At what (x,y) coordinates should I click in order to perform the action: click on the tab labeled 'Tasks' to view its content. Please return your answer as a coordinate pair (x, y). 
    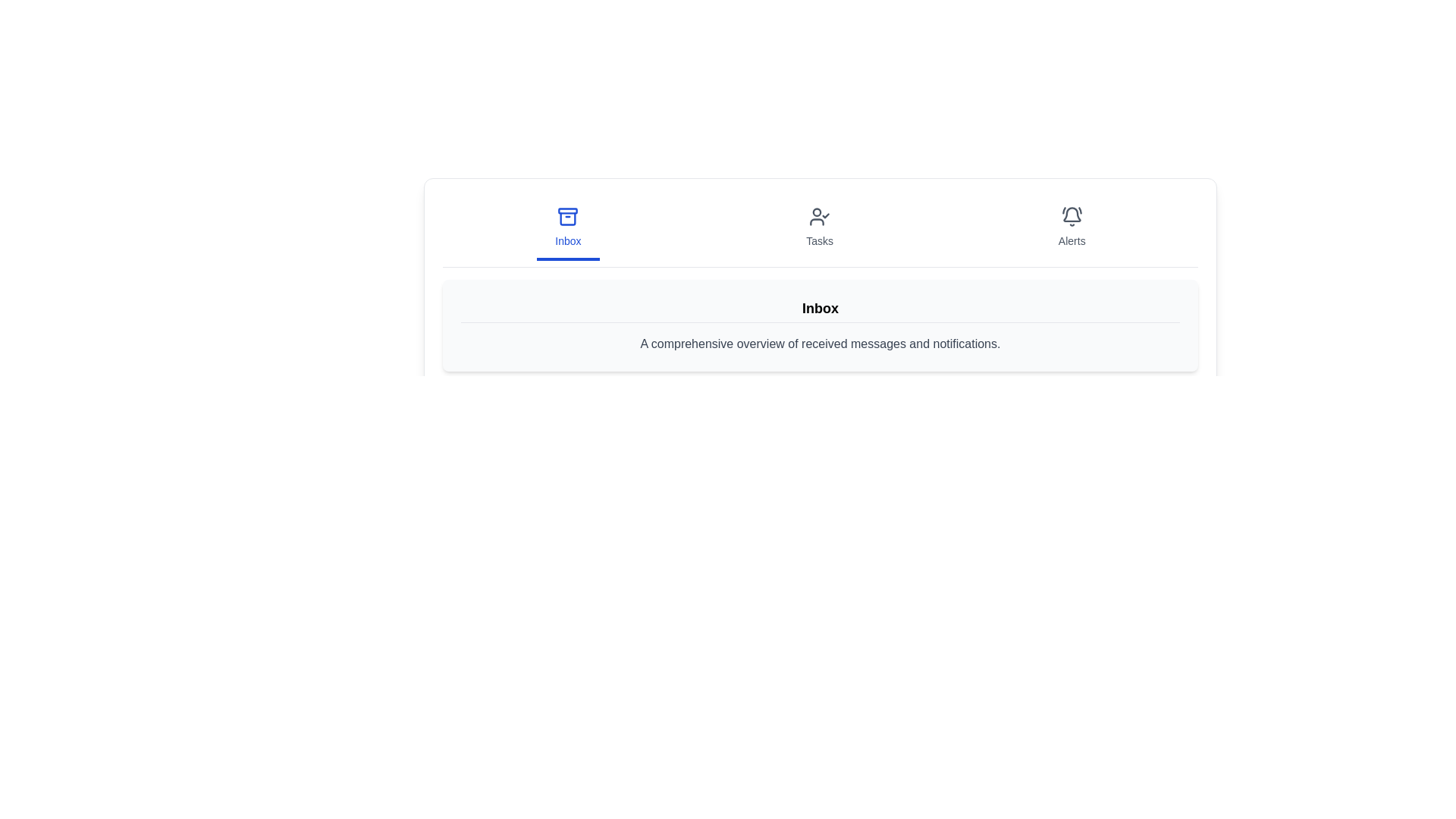
    Looking at the image, I should click on (819, 228).